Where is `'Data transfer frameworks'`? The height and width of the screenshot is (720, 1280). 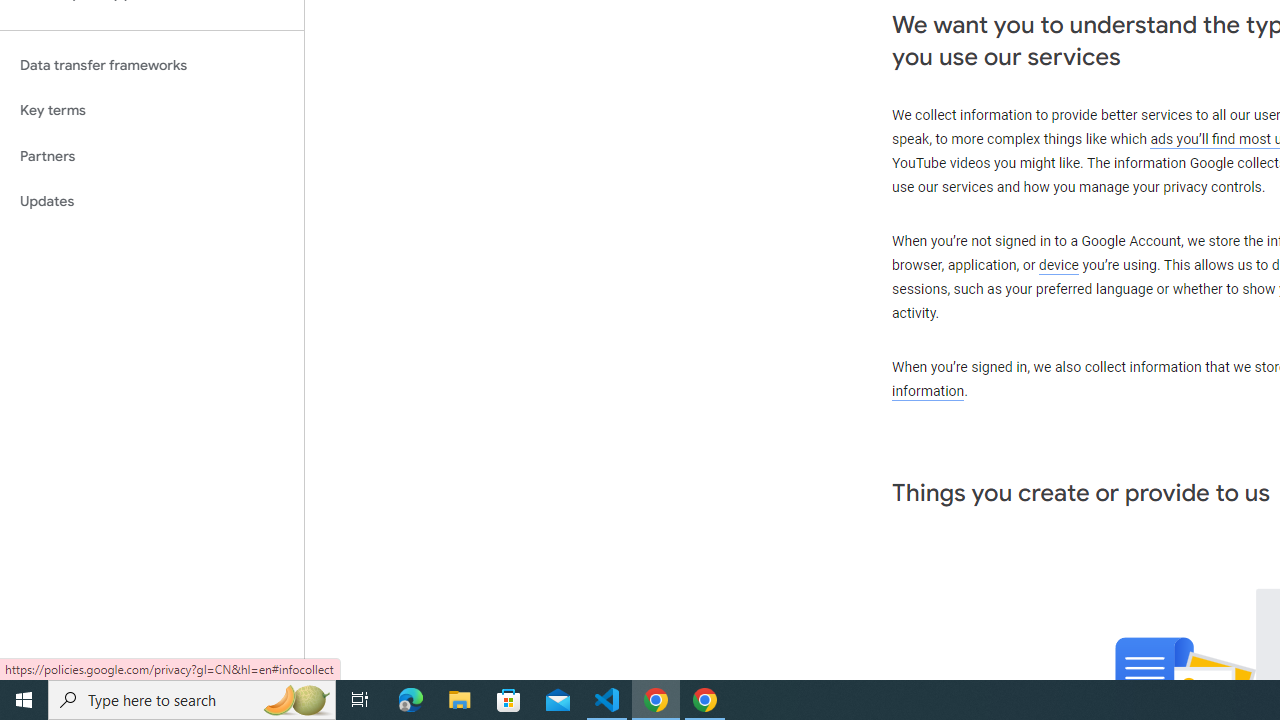 'Data transfer frameworks' is located at coordinates (151, 64).